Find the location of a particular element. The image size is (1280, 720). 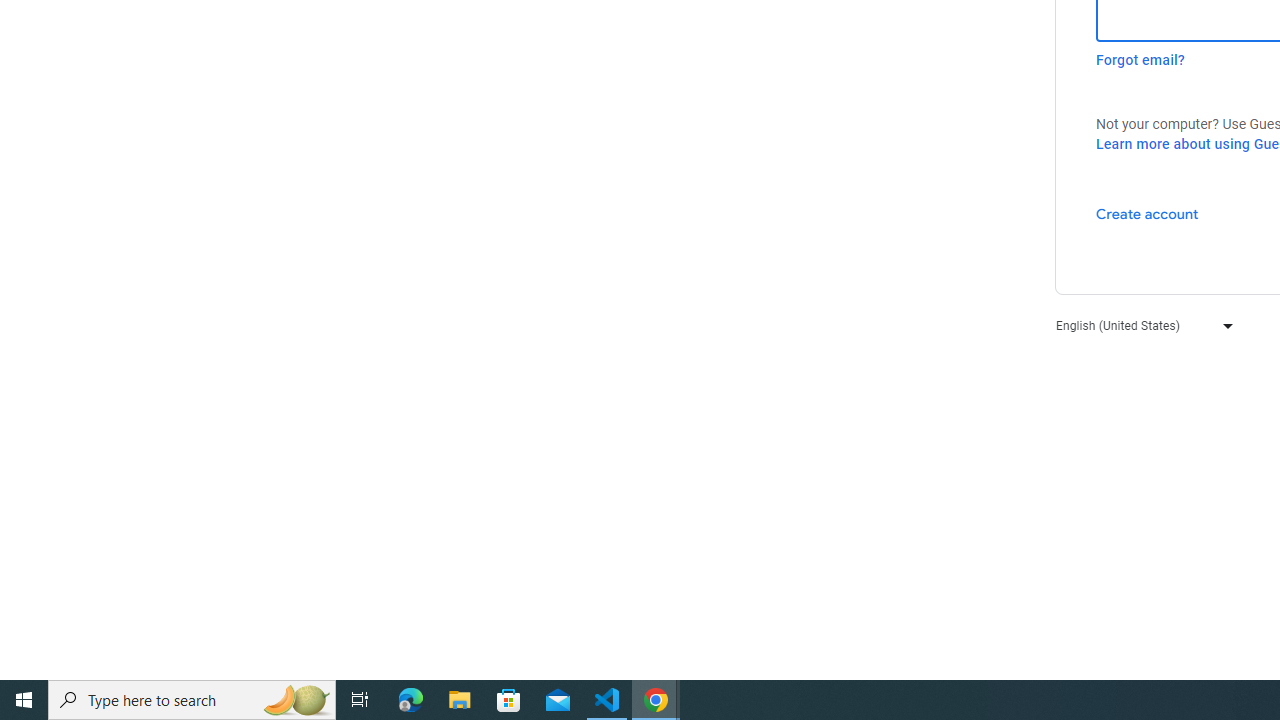

'English (United States)' is located at coordinates (1139, 324).